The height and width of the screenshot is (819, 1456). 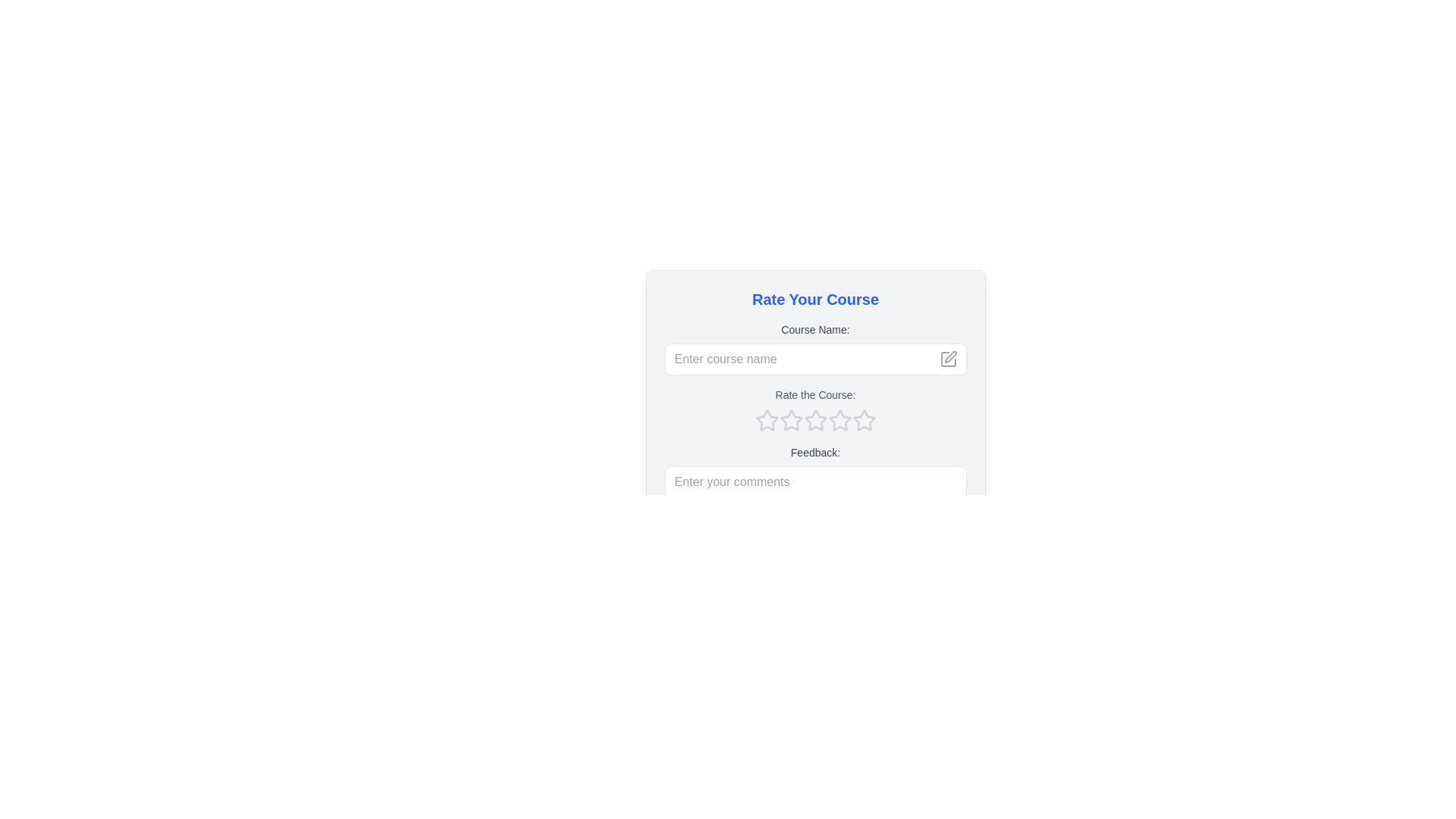 What do you see at coordinates (814, 452) in the screenshot?
I see `the text label that contains 'Feedback:' which is located below 'Rate the Course:' and above the input area labeled 'Enter your comments'` at bounding box center [814, 452].